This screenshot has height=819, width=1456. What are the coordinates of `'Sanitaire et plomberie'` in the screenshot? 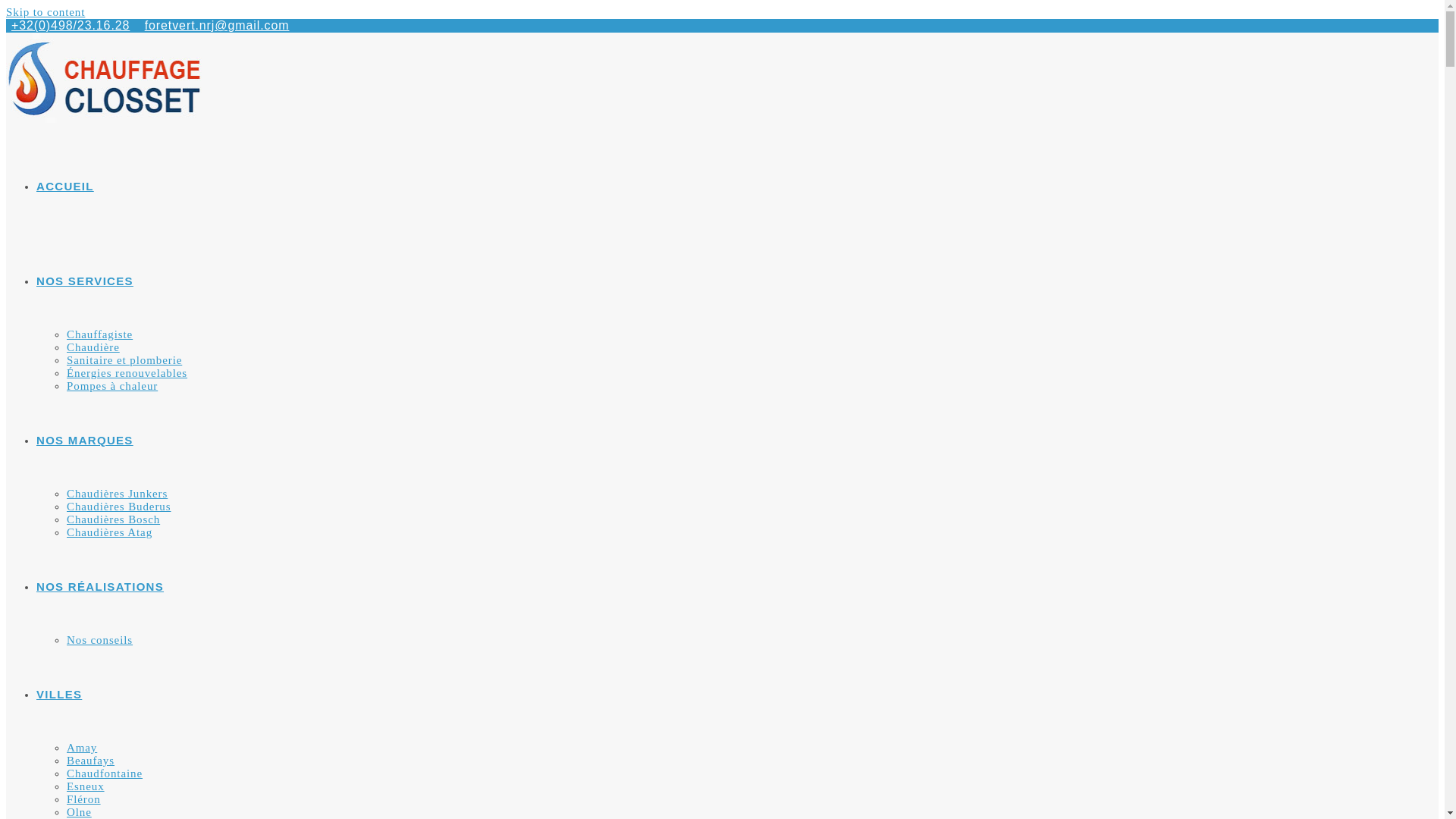 It's located at (124, 359).